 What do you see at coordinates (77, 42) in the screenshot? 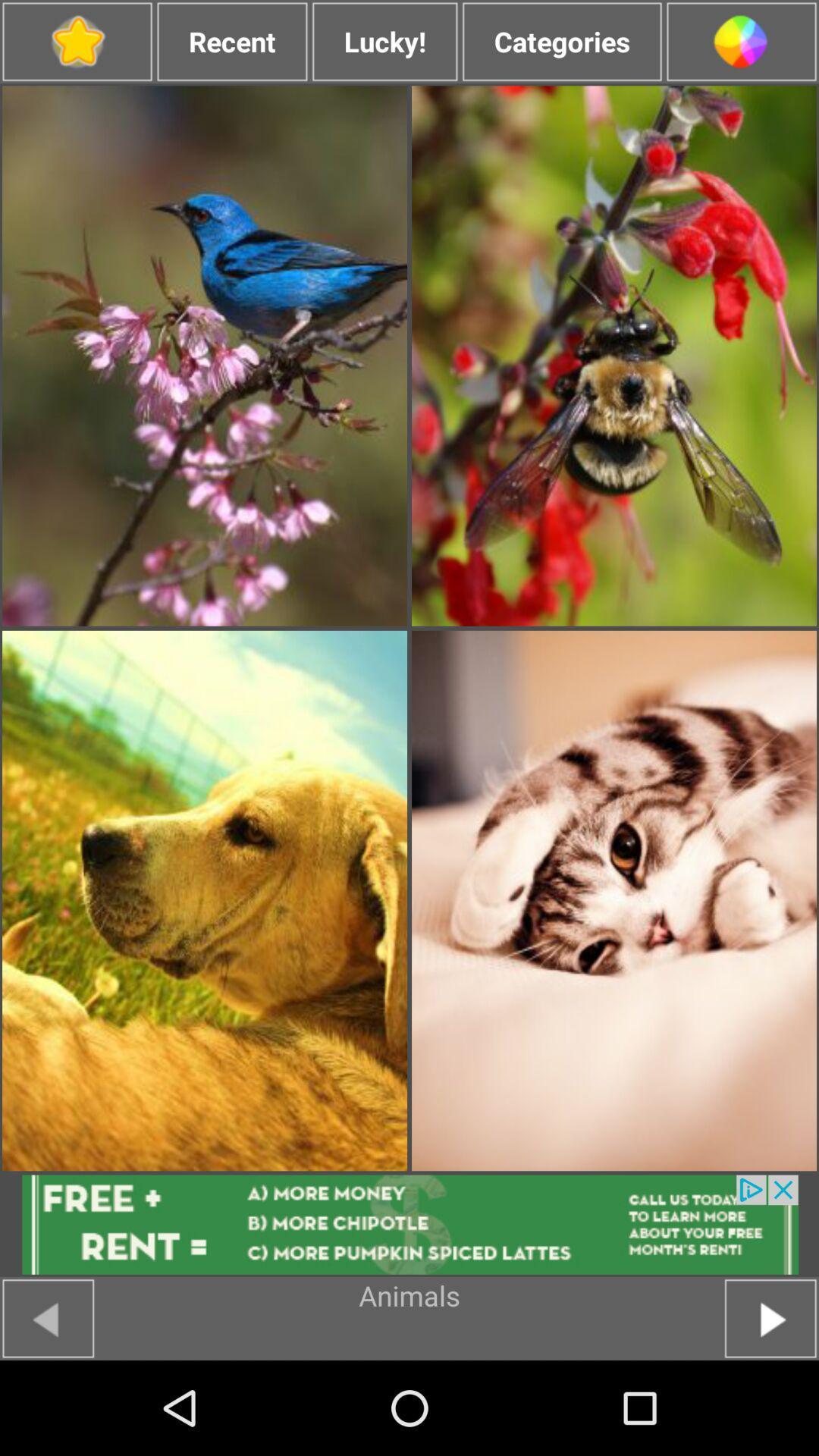
I see `favarat` at bounding box center [77, 42].